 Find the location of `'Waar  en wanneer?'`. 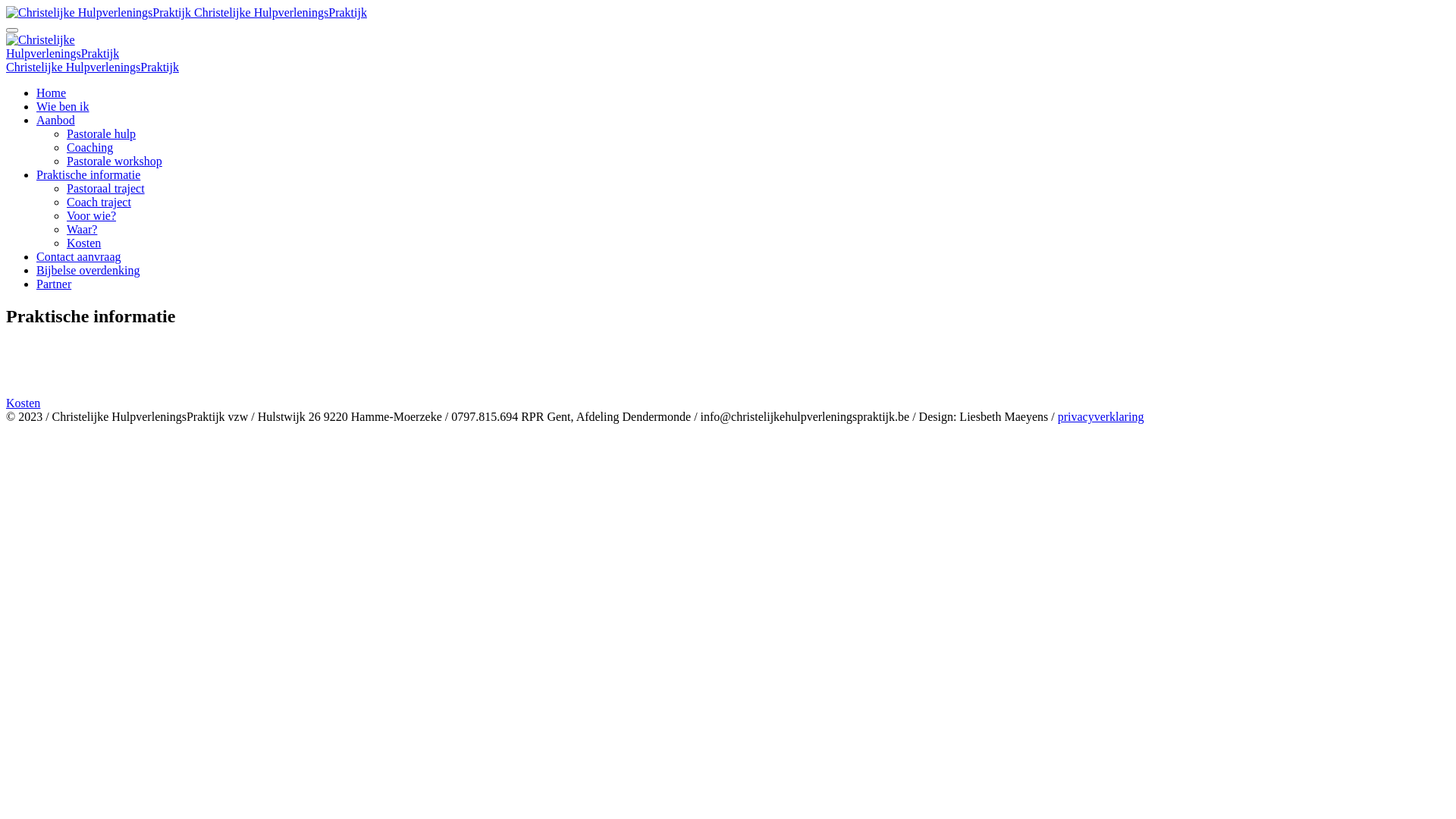

'Waar  en wanneer?' is located at coordinates (6, 388).